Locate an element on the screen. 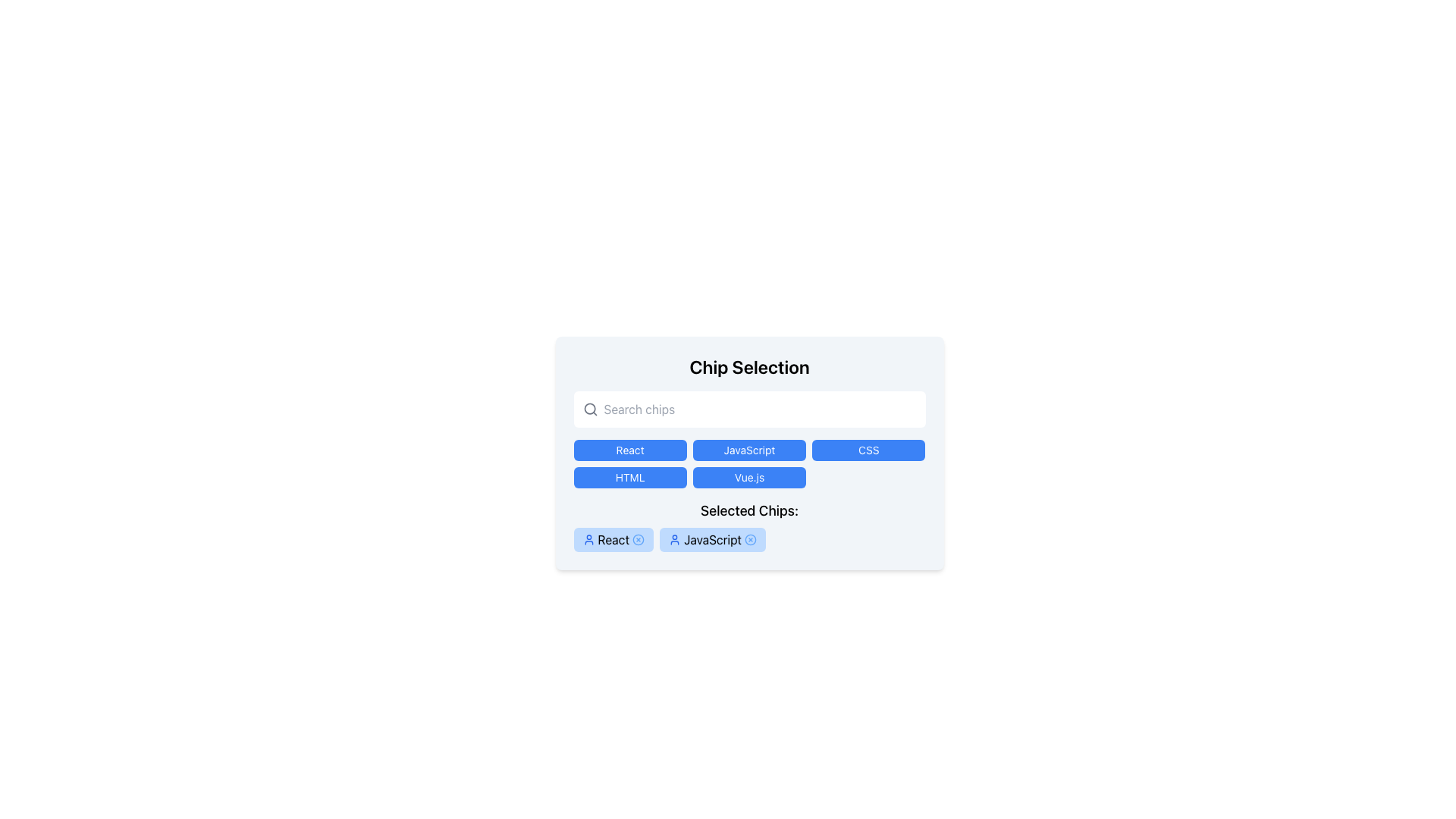 The width and height of the screenshot is (1456, 819). the blue button labeled 'JavaScript' to change its background color is located at coordinates (749, 450).